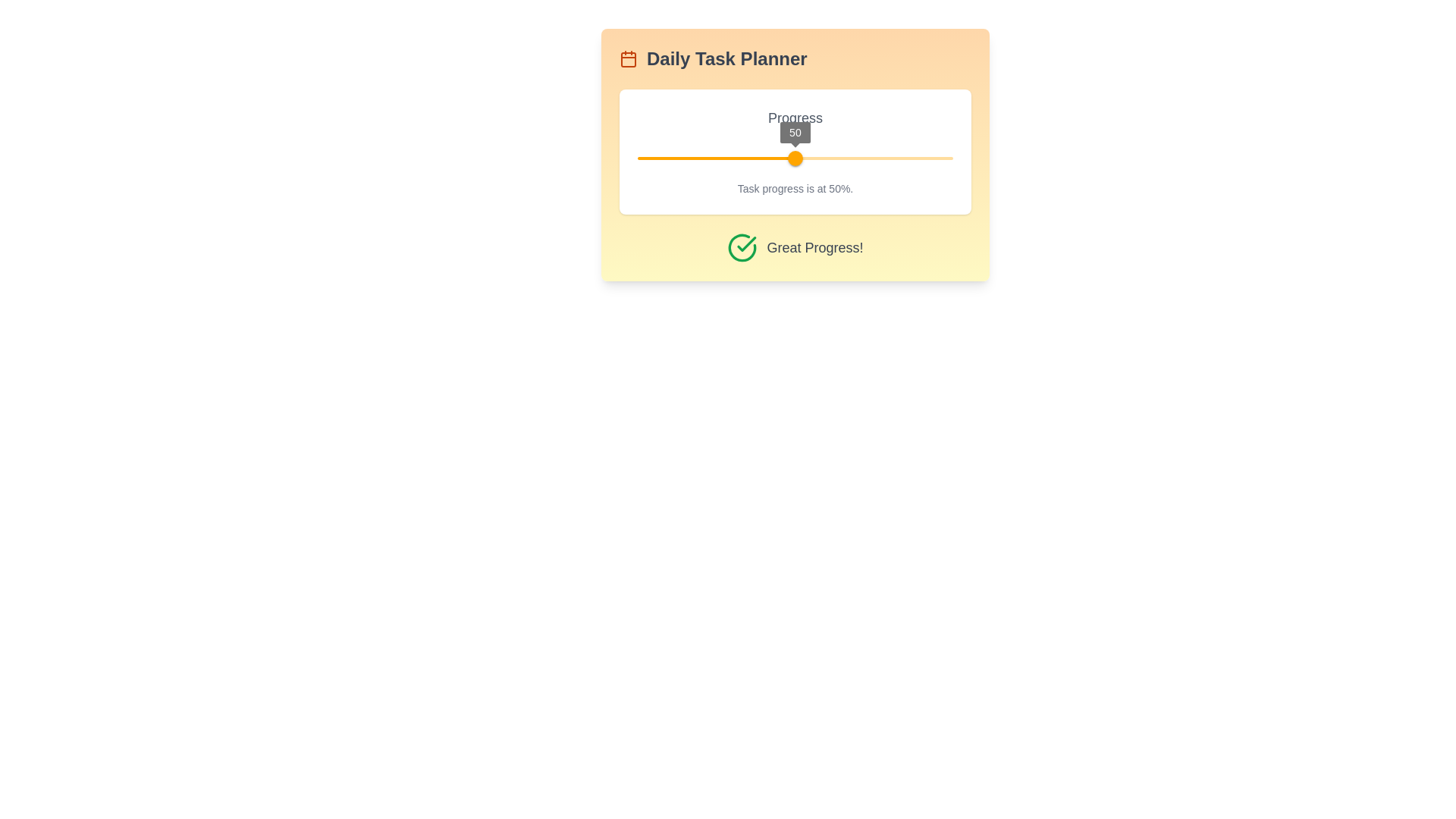 The width and height of the screenshot is (1456, 819). What do you see at coordinates (747, 243) in the screenshot?
I see `the success icon located immediately to the left of the label 'Great Progress!' in the task progress component` at bounding box center [747, 243].